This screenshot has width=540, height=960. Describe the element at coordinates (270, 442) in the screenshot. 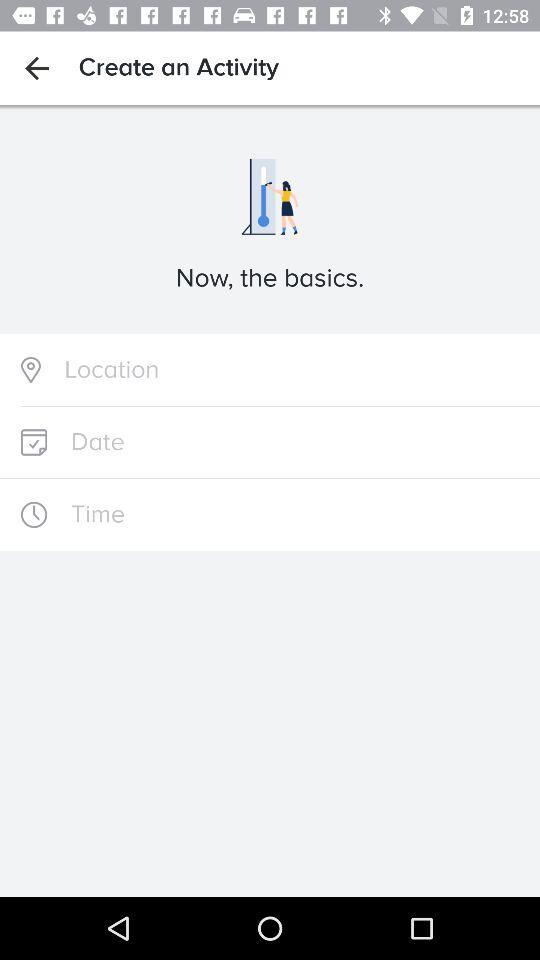

I see `the date here` at that location.